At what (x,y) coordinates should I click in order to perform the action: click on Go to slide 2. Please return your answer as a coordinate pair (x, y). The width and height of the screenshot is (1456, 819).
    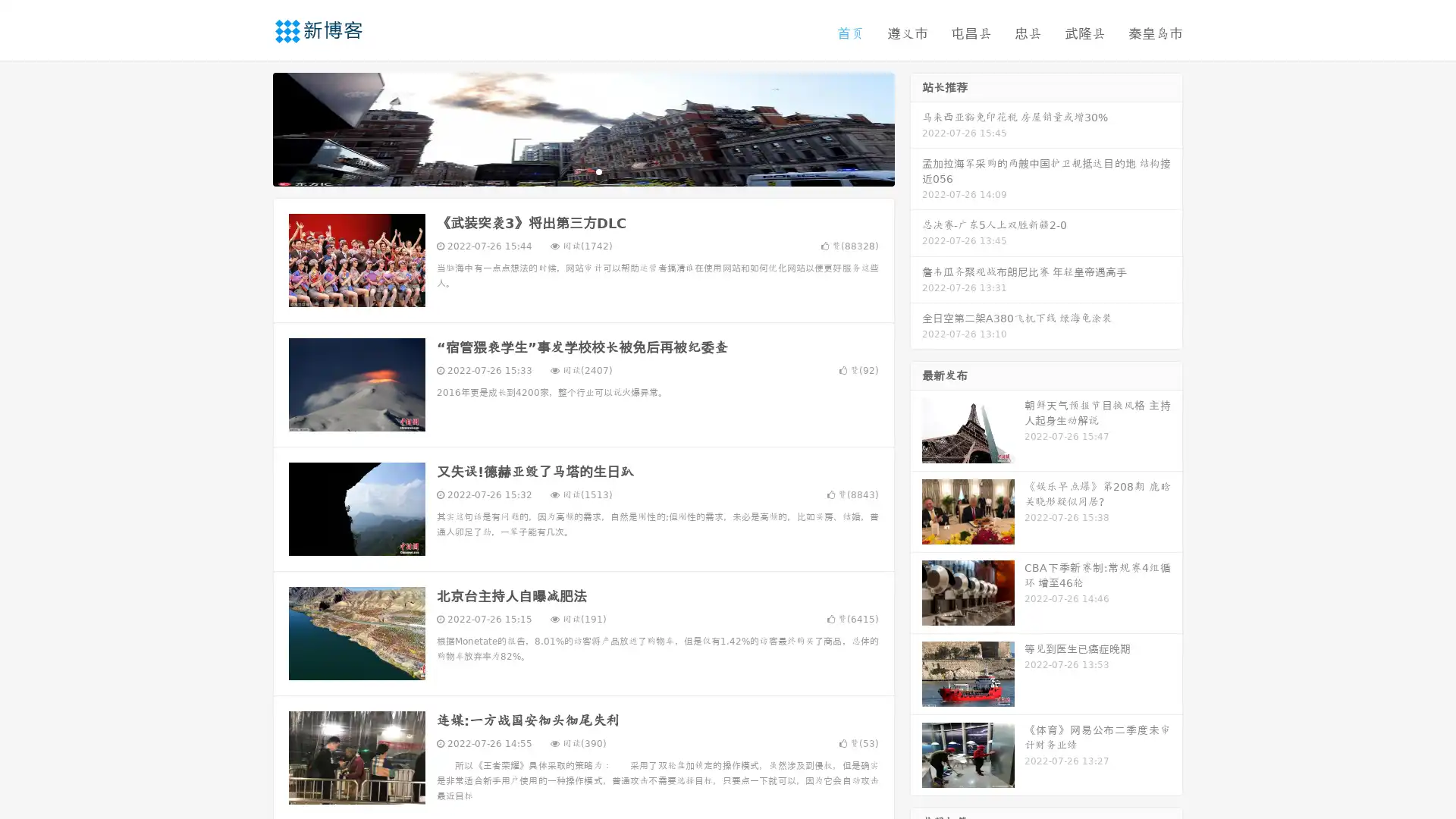
    Looking at the image, I should click on (582, 171).